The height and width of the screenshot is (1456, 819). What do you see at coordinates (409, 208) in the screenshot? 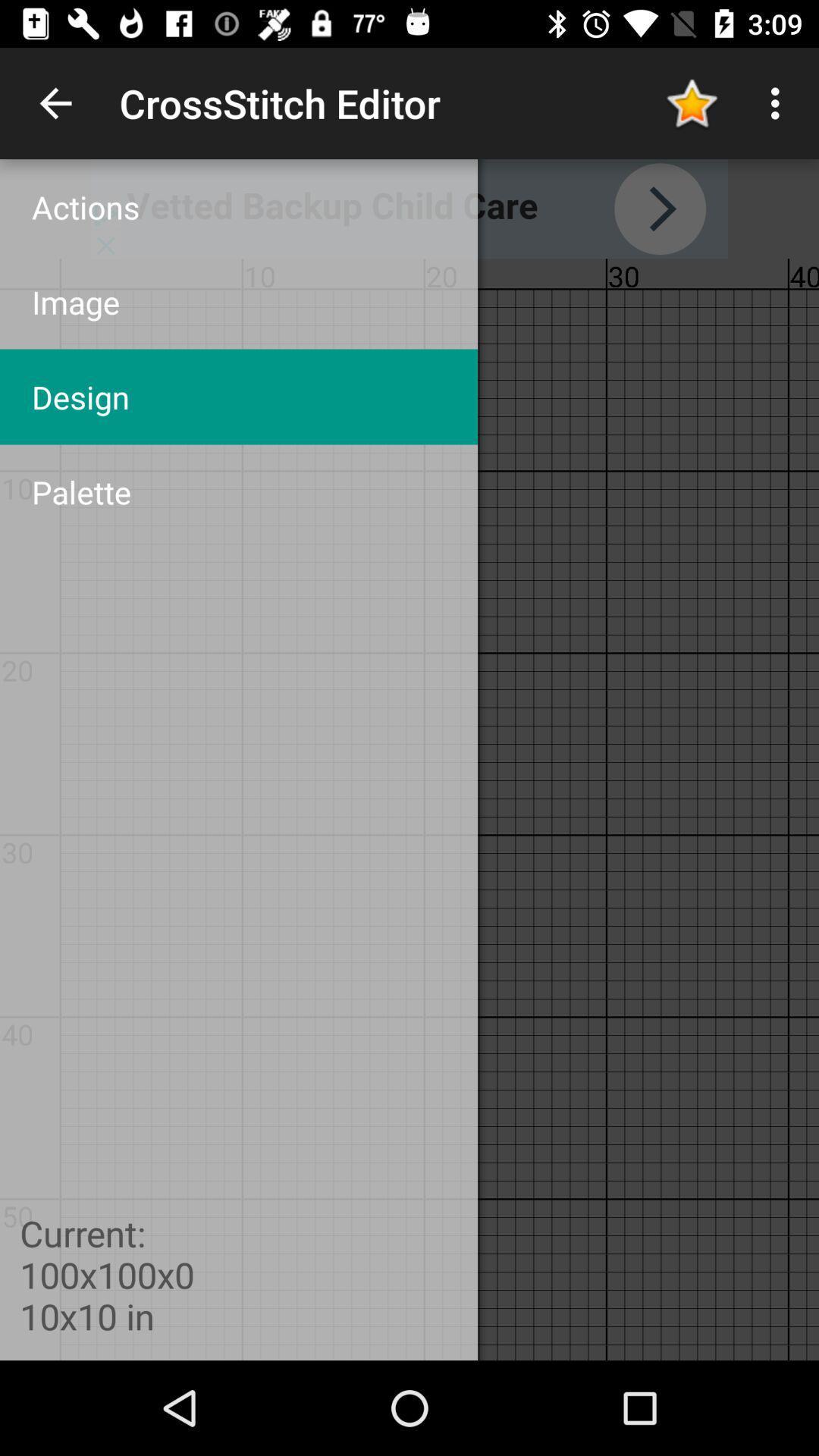
I see `to see more` at bounding box center [409, 208].